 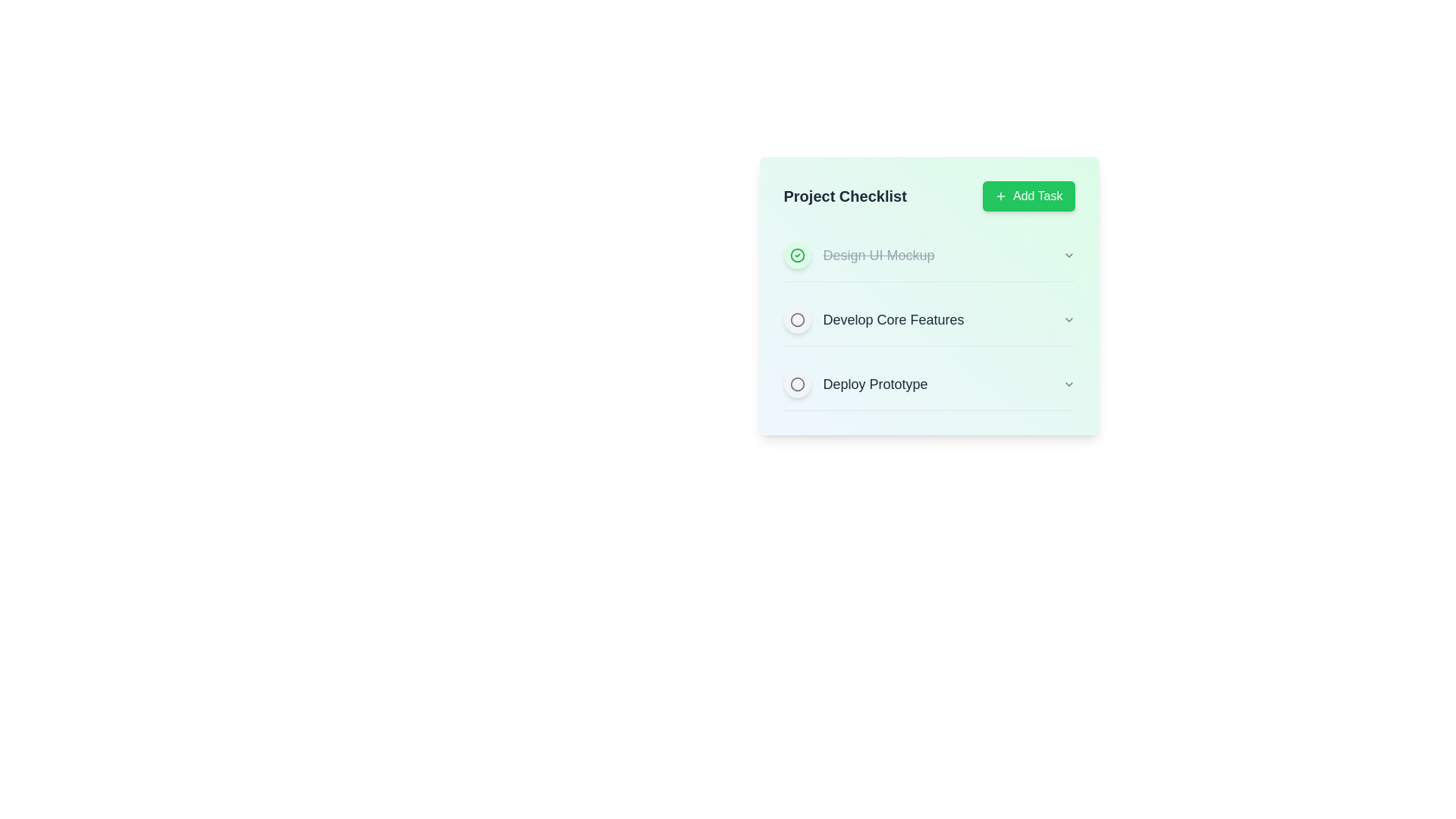 I want to click on the dropdown button next to the task 'Develop Core Features' to expand its options, so click(x=1068, y=318).